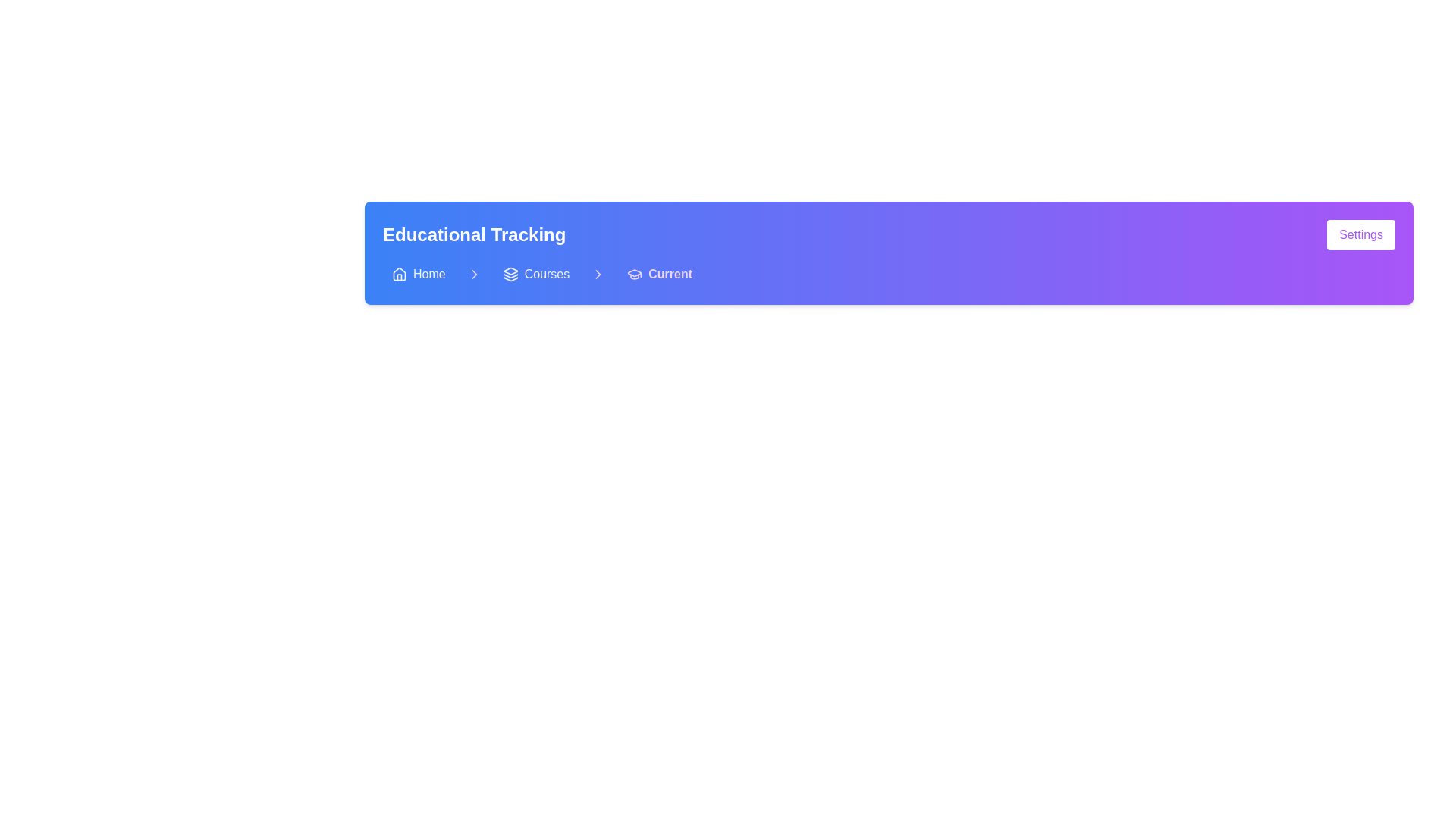  I want to click on the small rightward arrow icon in the navigation breadcrumb trail that visually separates the 'Courses' section from the 'Current' section, so click(598, 275).